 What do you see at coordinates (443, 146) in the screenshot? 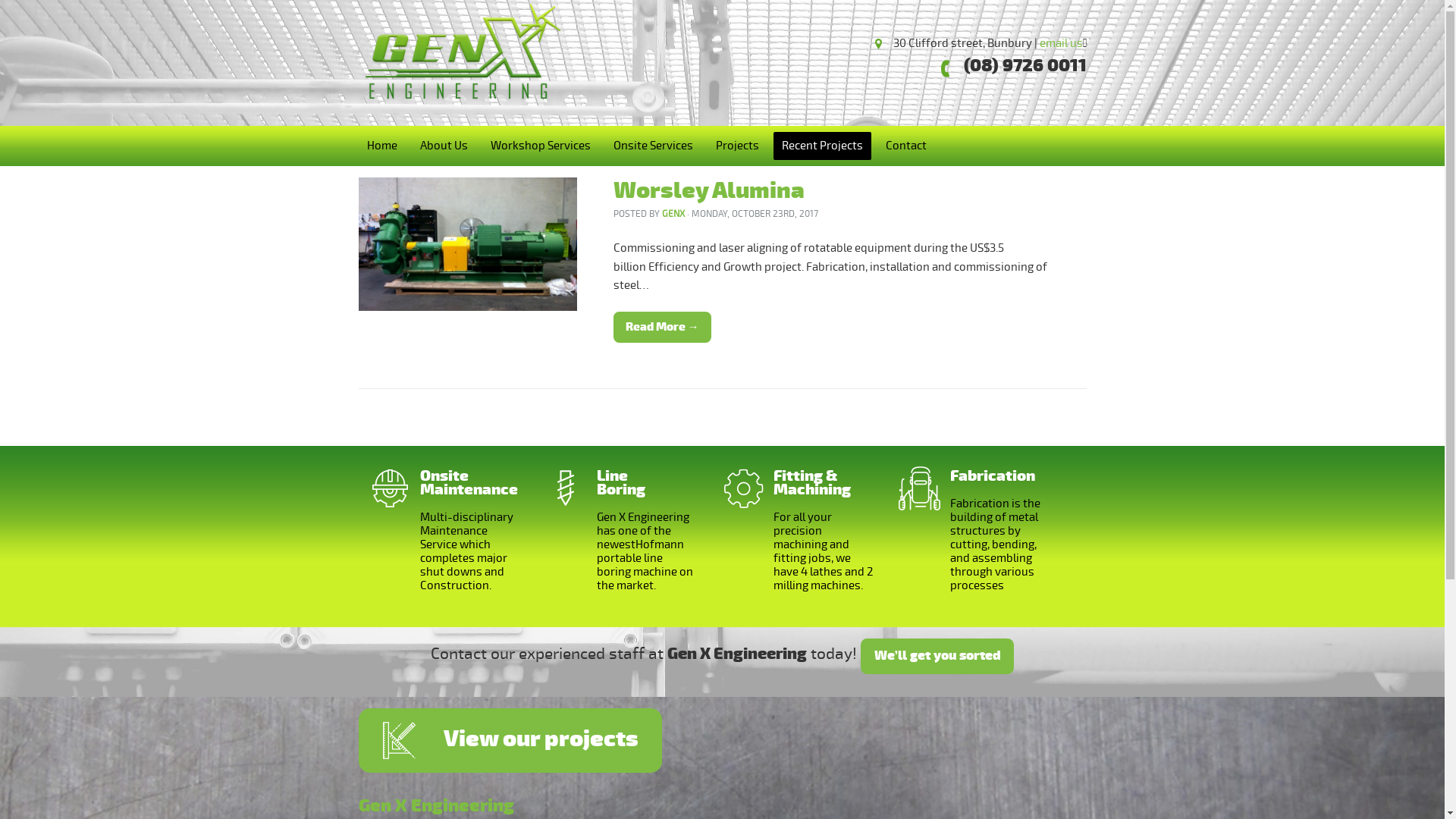
I see `'About Us'` at bounding box center [443, 146].